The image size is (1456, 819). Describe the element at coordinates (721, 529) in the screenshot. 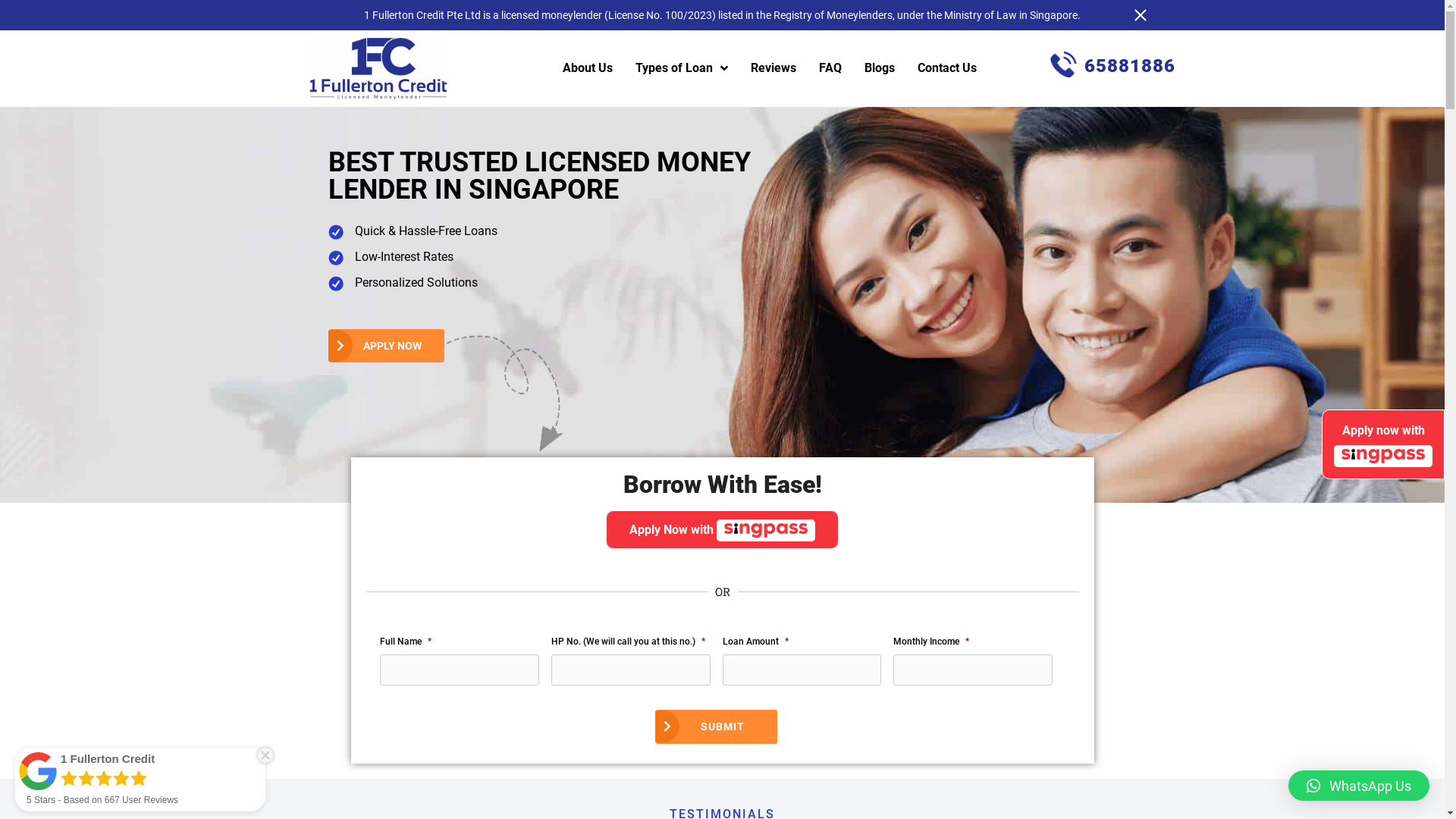

I see `'Apply Now with'` at that location.